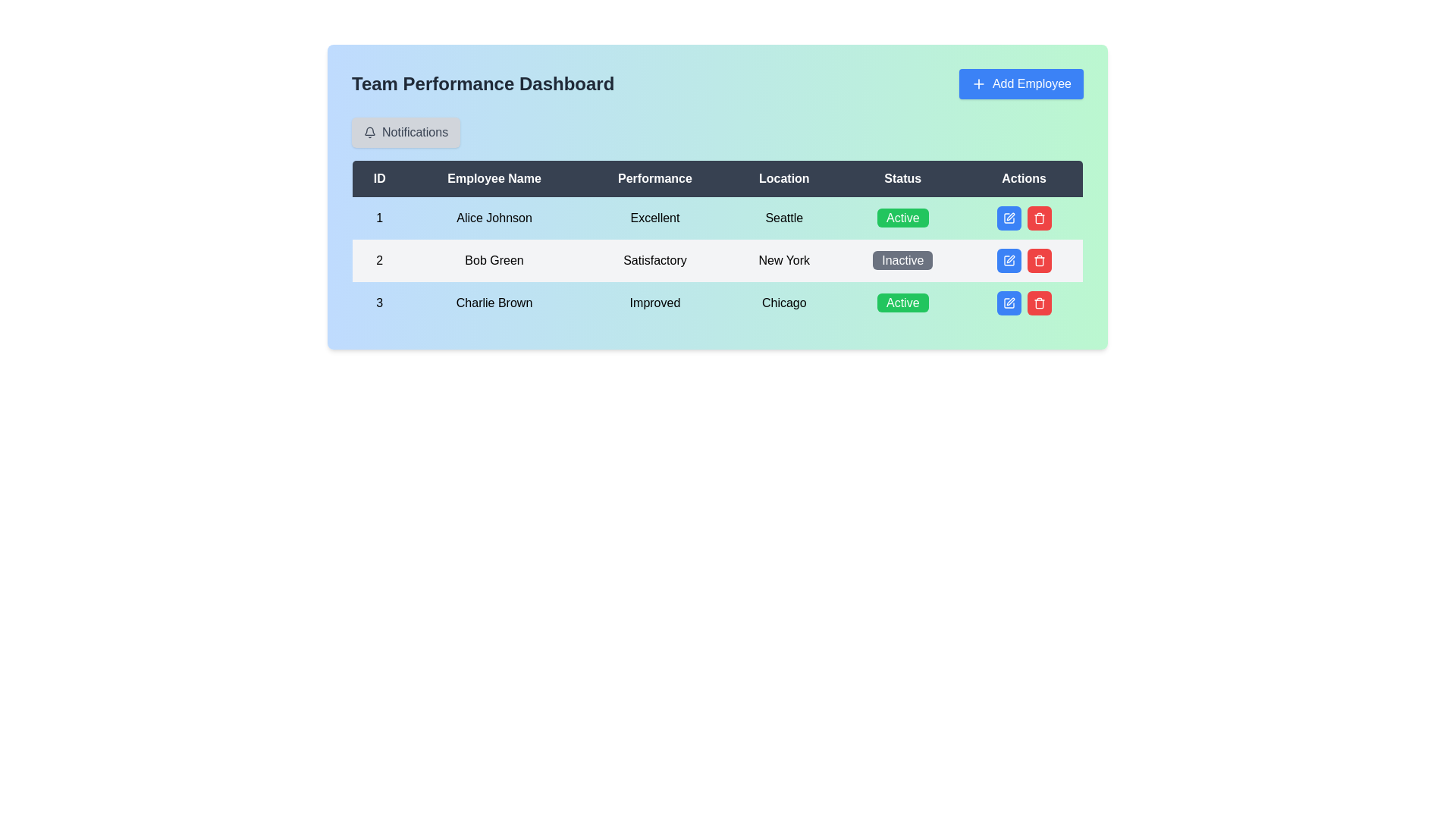 The width and height of the screenshot is (1456, 819). Describe the element at coordinates (1037, 218) in the screenshot. I see `the red button with a trash can icon located in the 'Actions' column of the second row` at that location.